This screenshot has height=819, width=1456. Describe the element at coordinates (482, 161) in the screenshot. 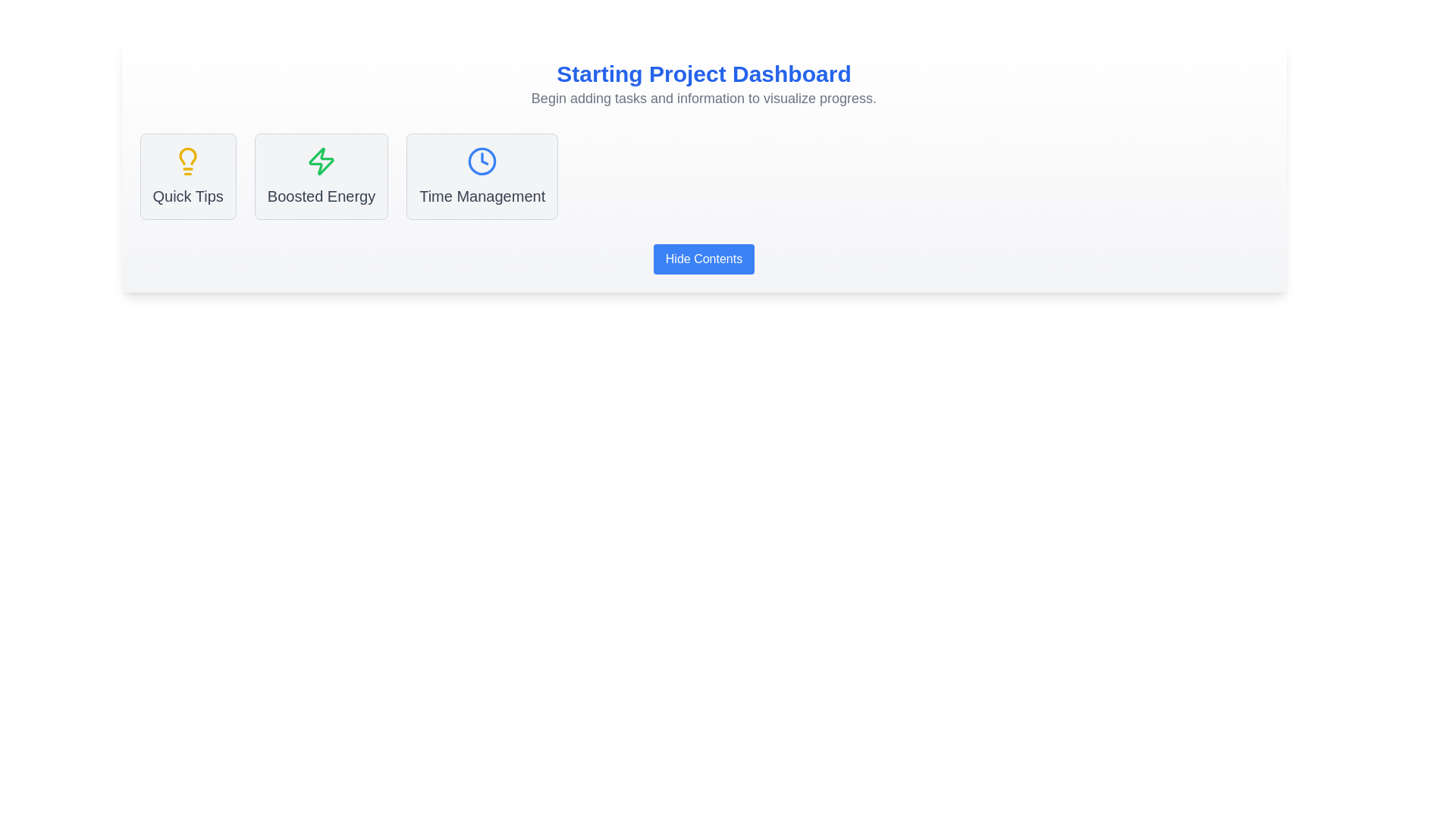

I see `the clock icon within the 'Time Management' section, which is a blue, minimalistic icon with two hands indicating time` at that location.